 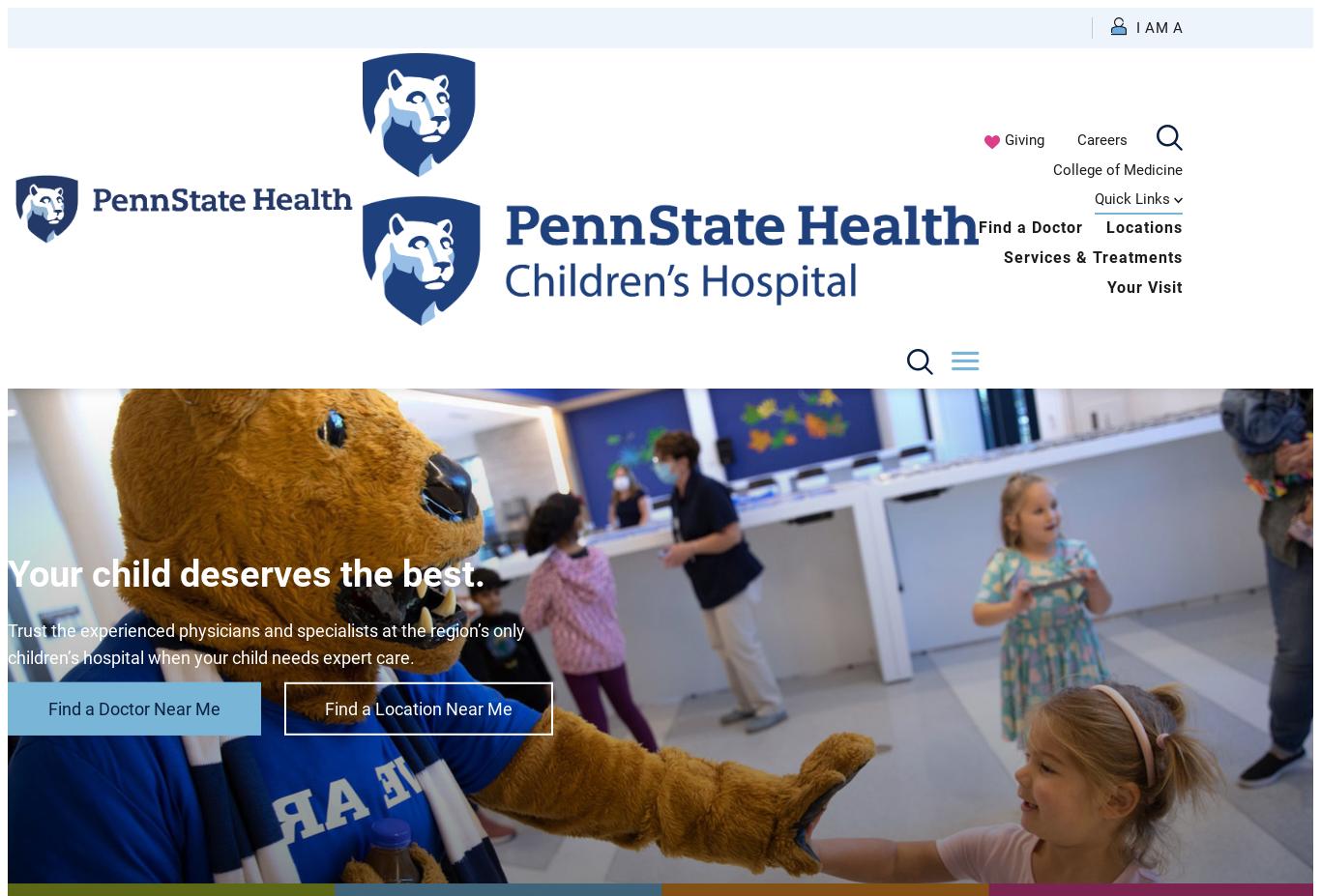 I want to click on 'Job Seeker', so click(x=983, y=310).